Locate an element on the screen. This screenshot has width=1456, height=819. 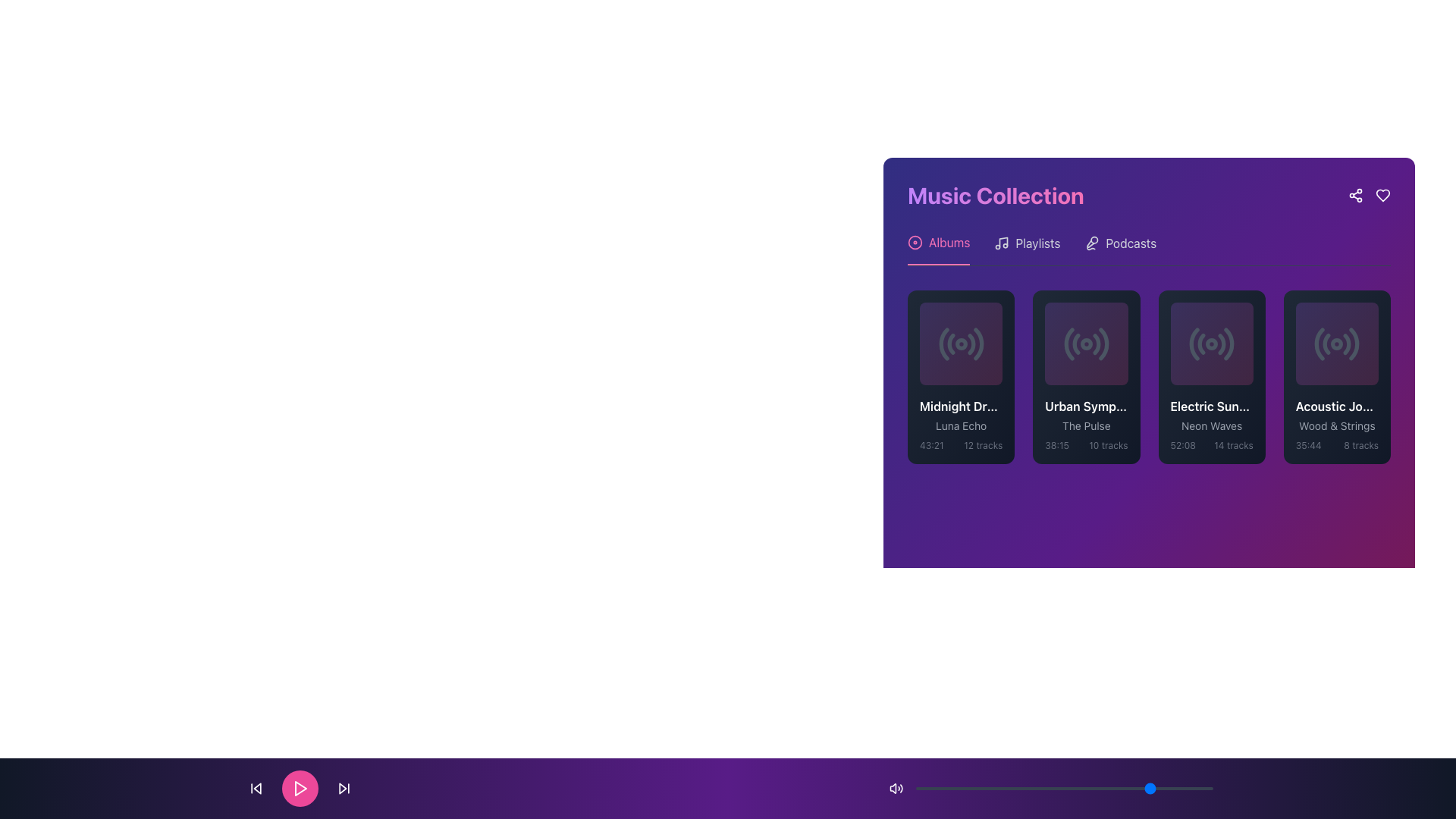
the backward skip button located at the bottom-left corner of the media control bar to skip to the previous track is located at coordinates (256, 788).